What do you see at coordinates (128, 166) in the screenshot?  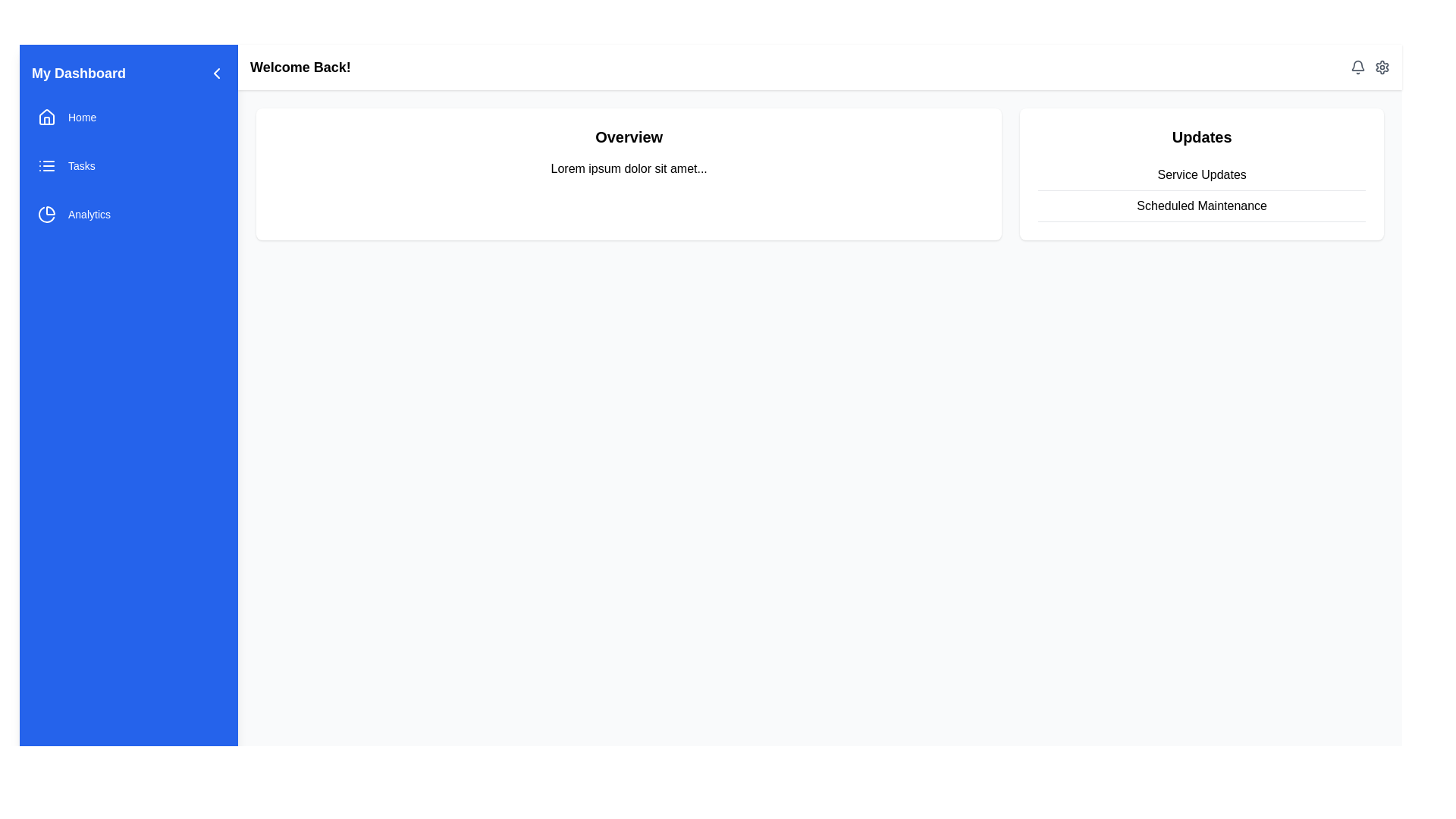 I see `the 'Tasks' navigation button, which is the second item in the vertical list of menu options in the sidebar, located below 'Home' and above 'Analytics'` at bounding box center [128, 166].